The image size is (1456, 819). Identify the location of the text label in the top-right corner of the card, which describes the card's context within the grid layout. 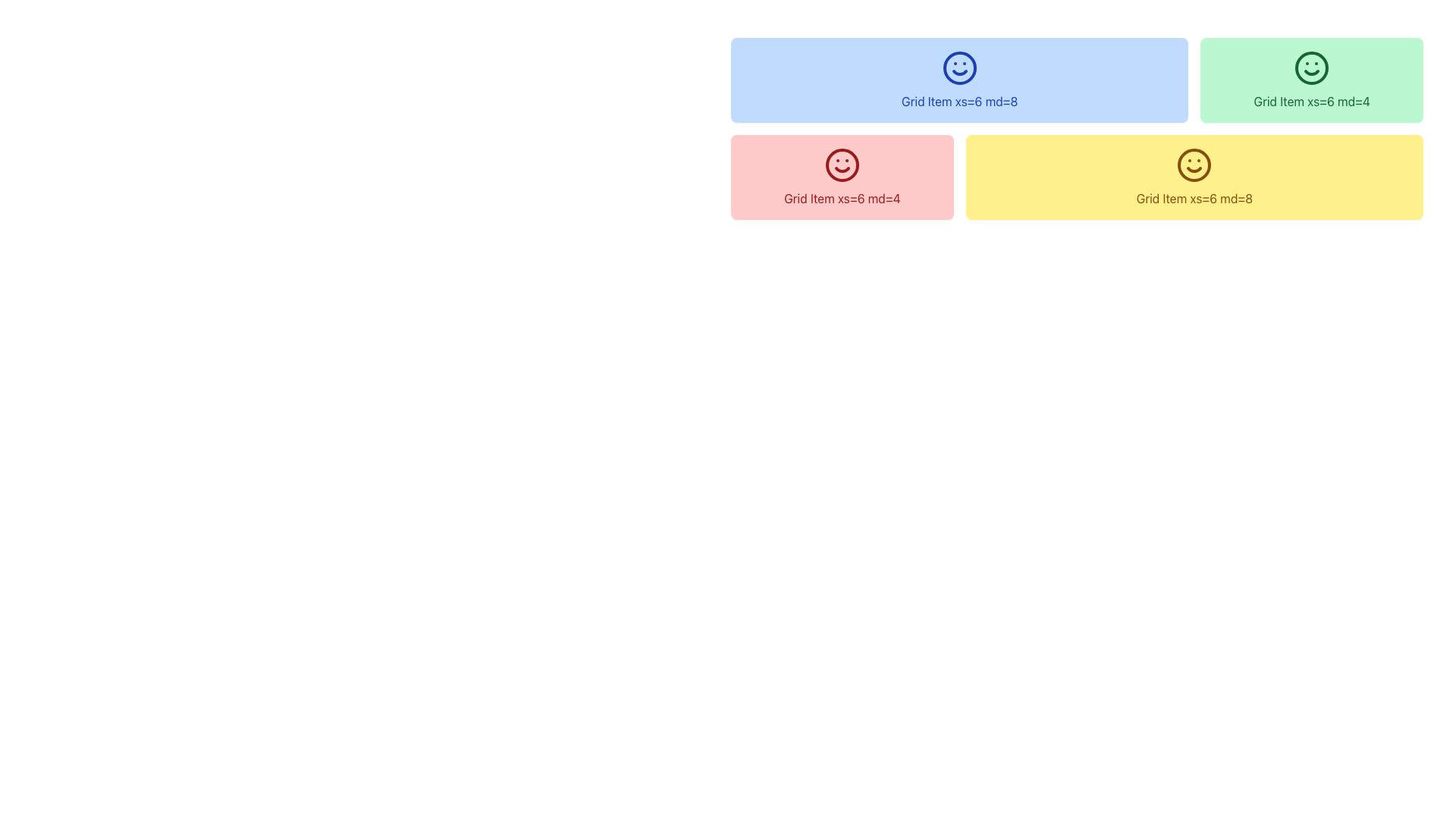
(1311, 102).